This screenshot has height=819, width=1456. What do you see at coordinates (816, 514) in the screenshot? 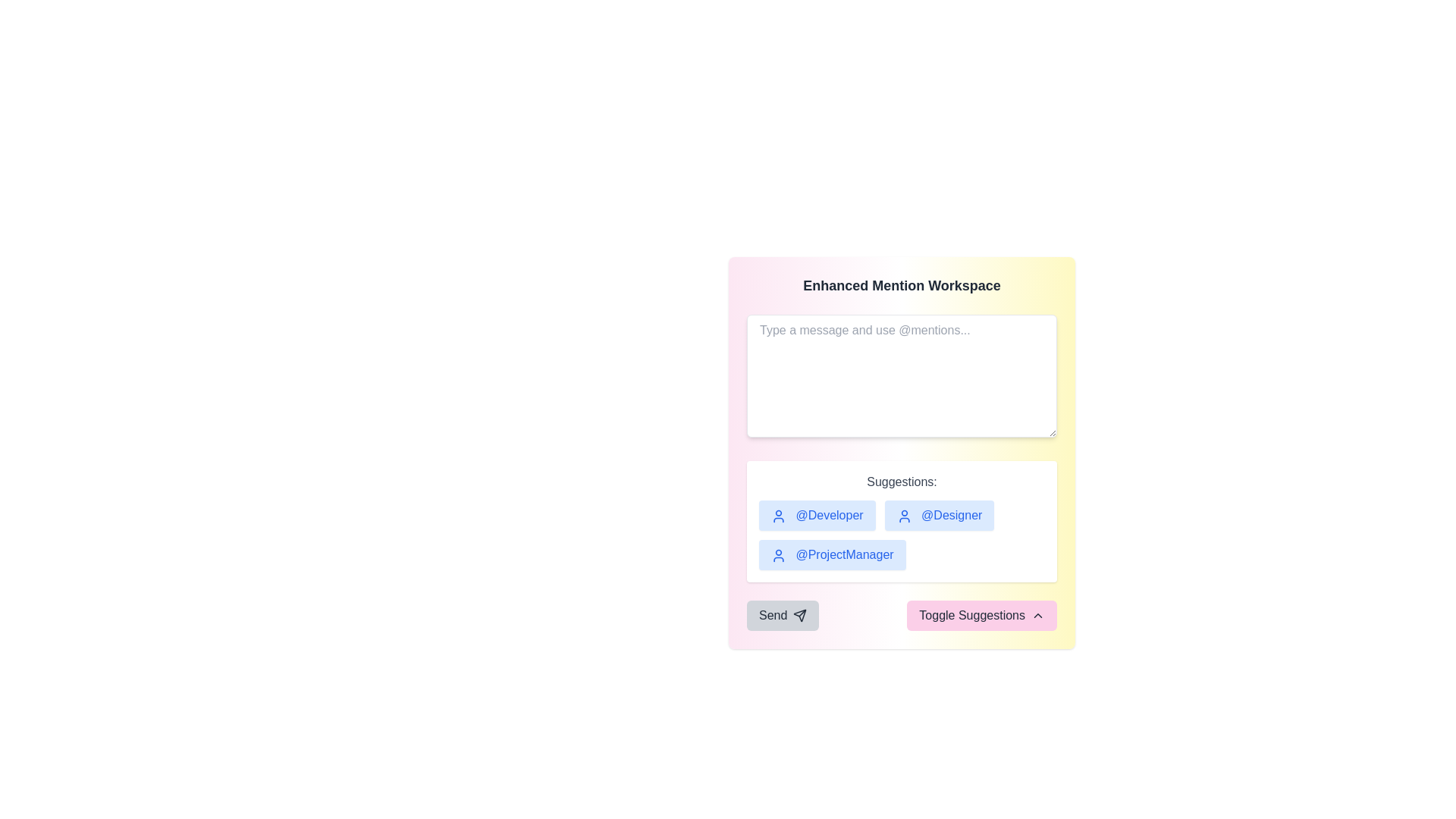
I see `the rounded button with a blue background and white text displaying '@Developer', located at the bottom of the suggestion panel` at bounding box center [816, 514].